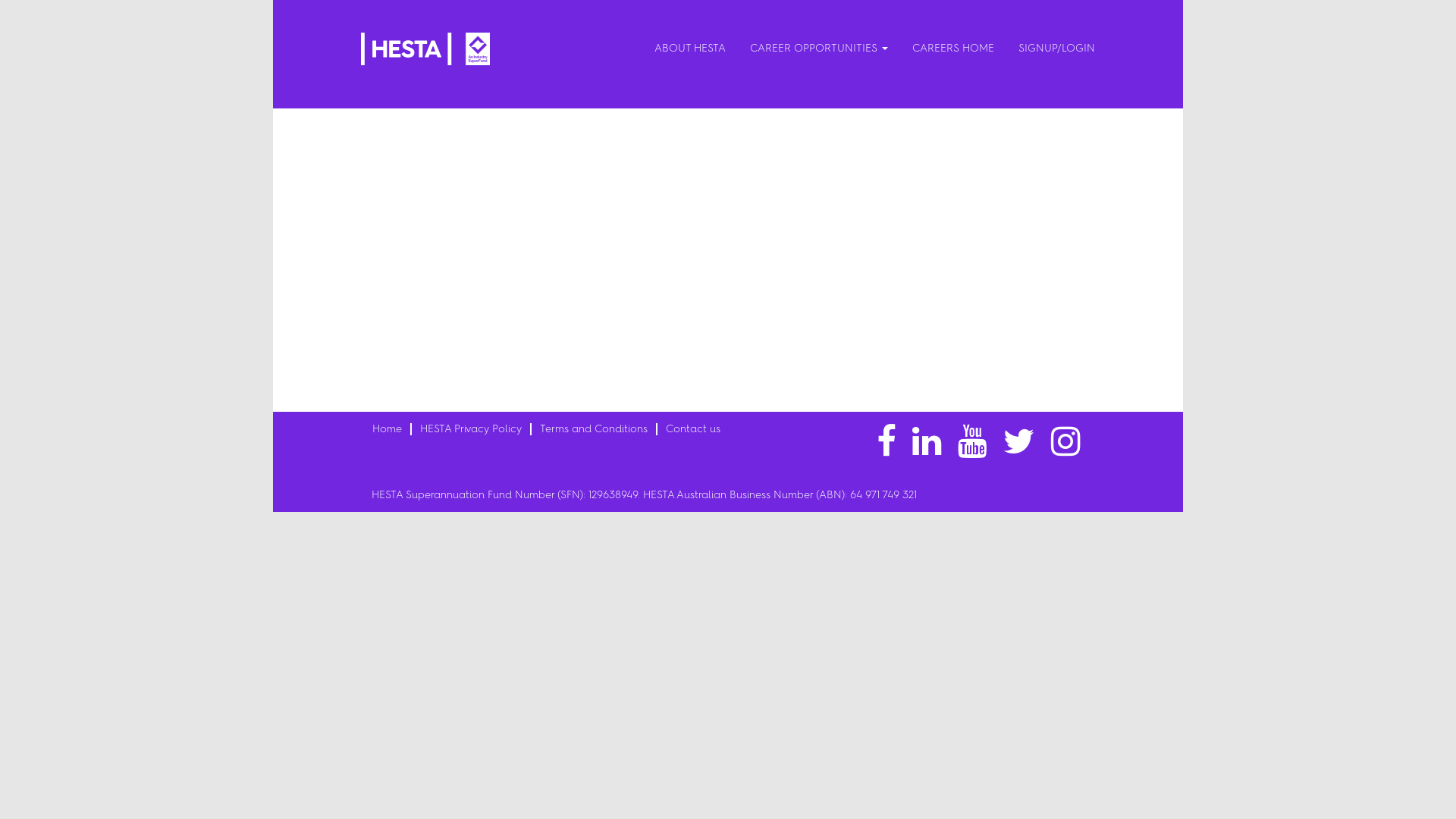 The width and height of the screenshot is (1456, 819). I want to click on 'Home', so click(387, 429).